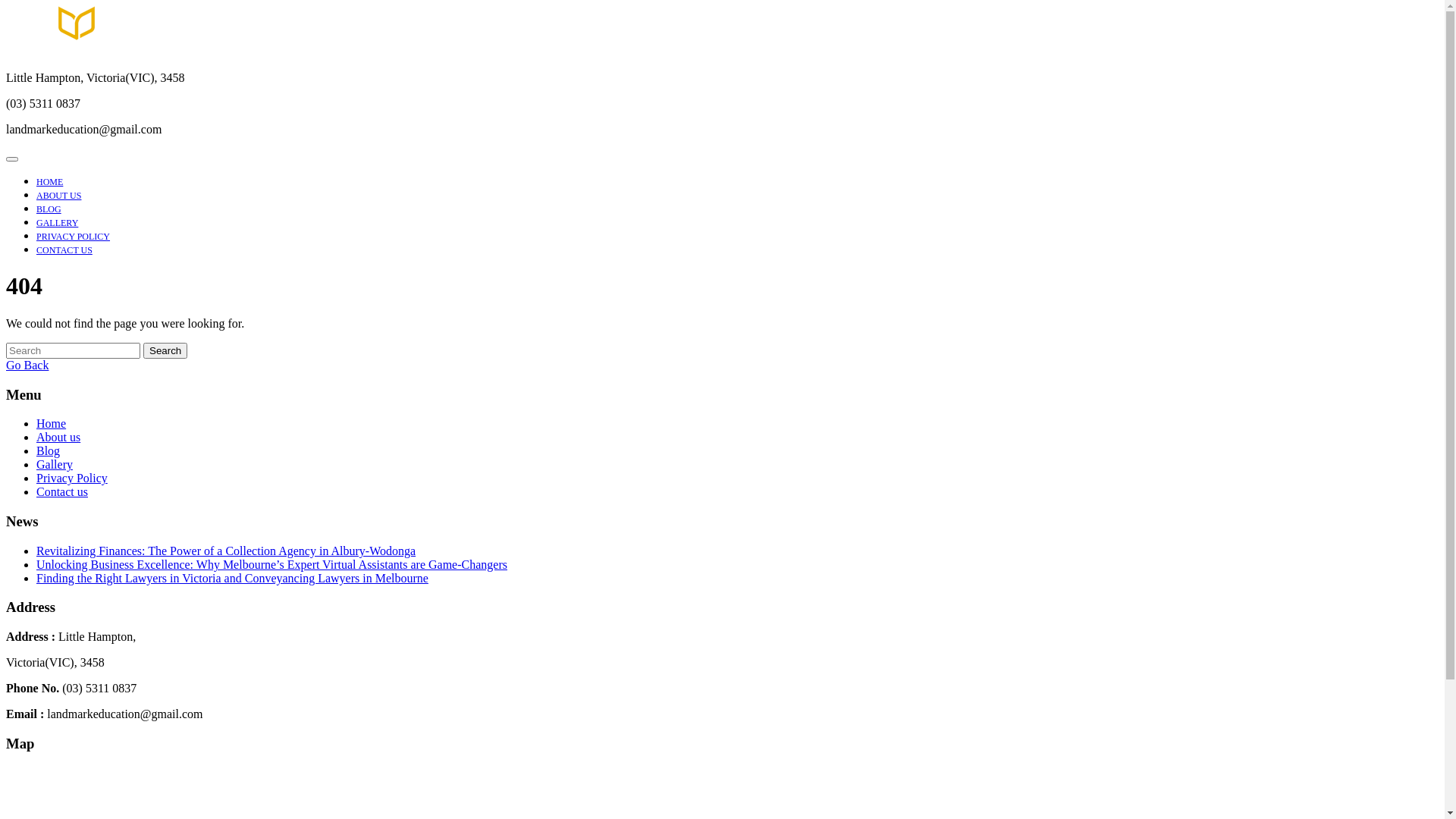 The width and height of the screenshot is (1456, 819). What do you see at coordinates (36, 249) in the screenshot?
I see `'CONTACT US'` at bounding box center [36, 249].